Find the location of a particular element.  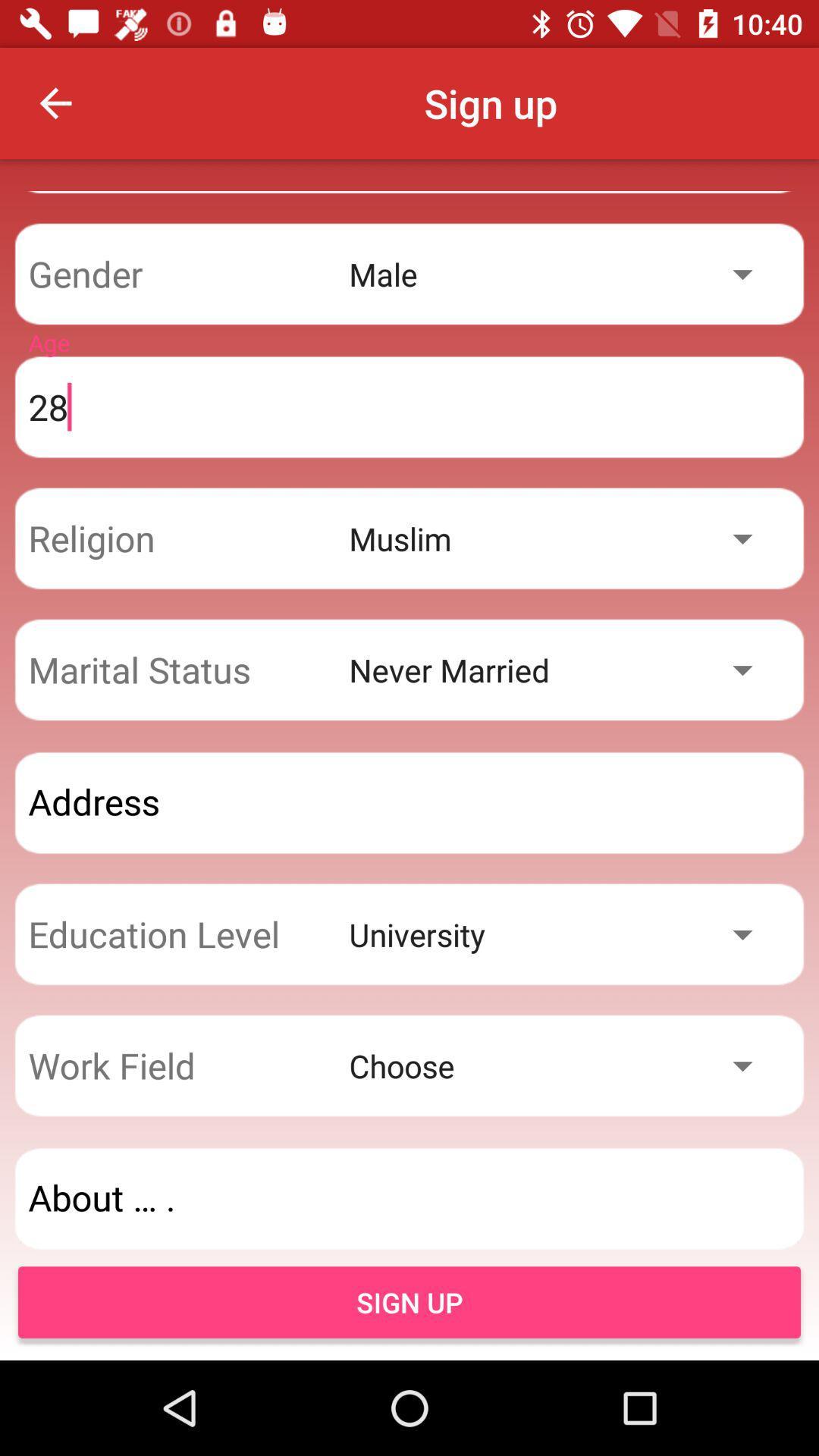

edit section is located at coordinates (409, 1197).